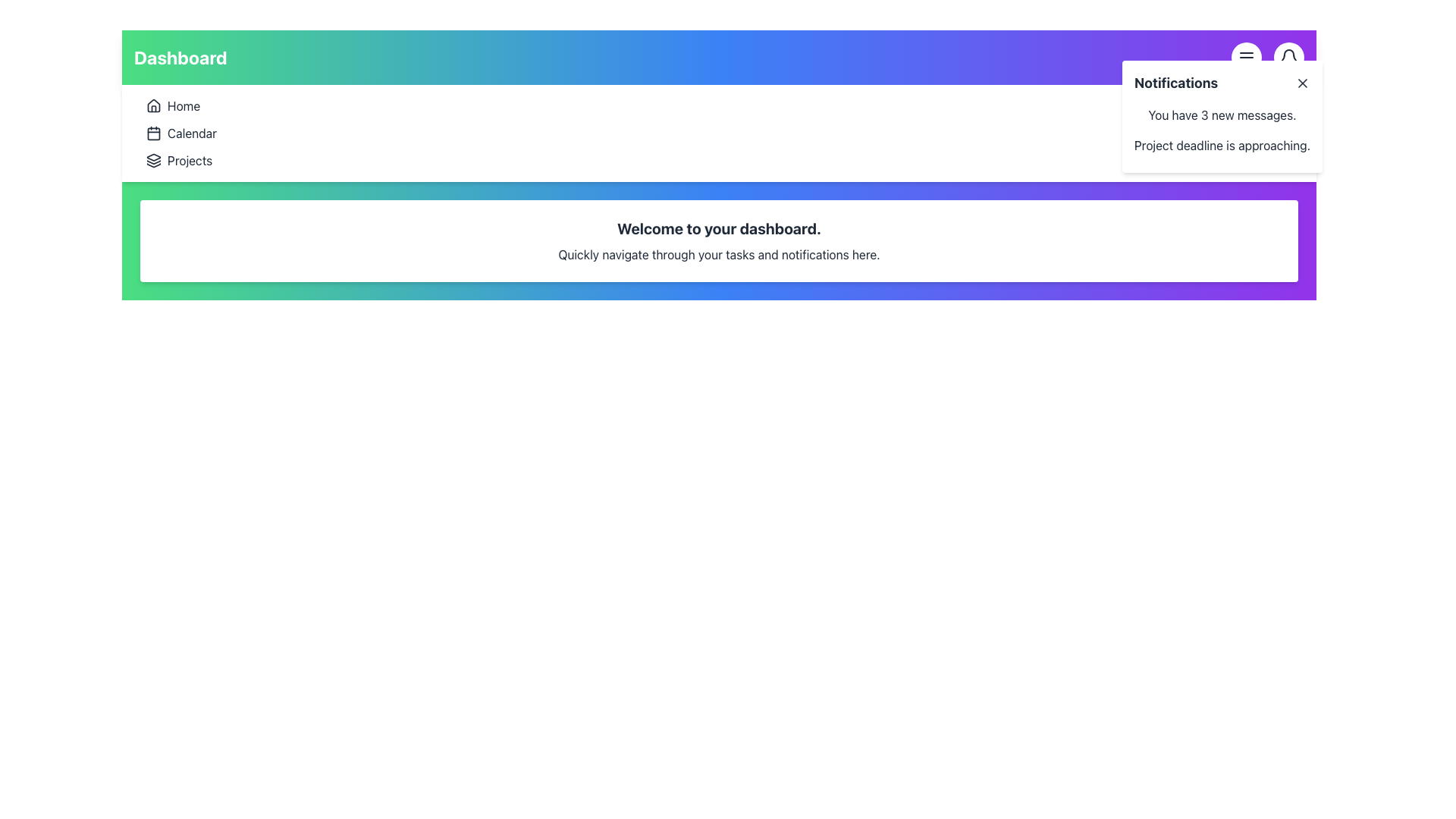 The width and height of the screenshot is (1456, 819). Describe the element at coordinates (153, 161) in the screenshot. I see `the Icon element resembling a stack of layers, which is located to the left of the 'Projects' text in the navigation menu` at that location.